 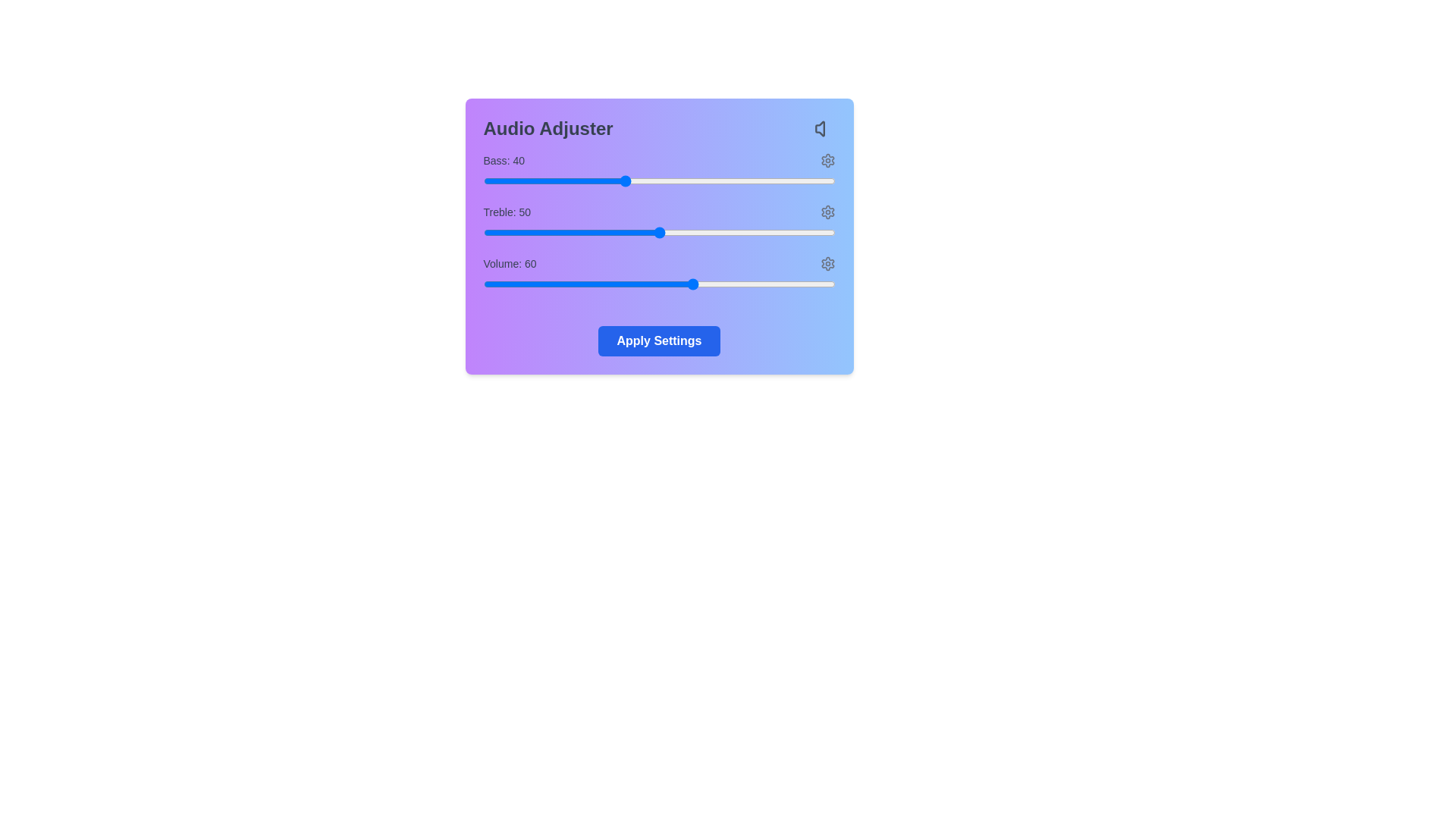 What do you see at coordinates (536, 284) in the screenshot?
I see `the volume` at bounding box center [536, 284].